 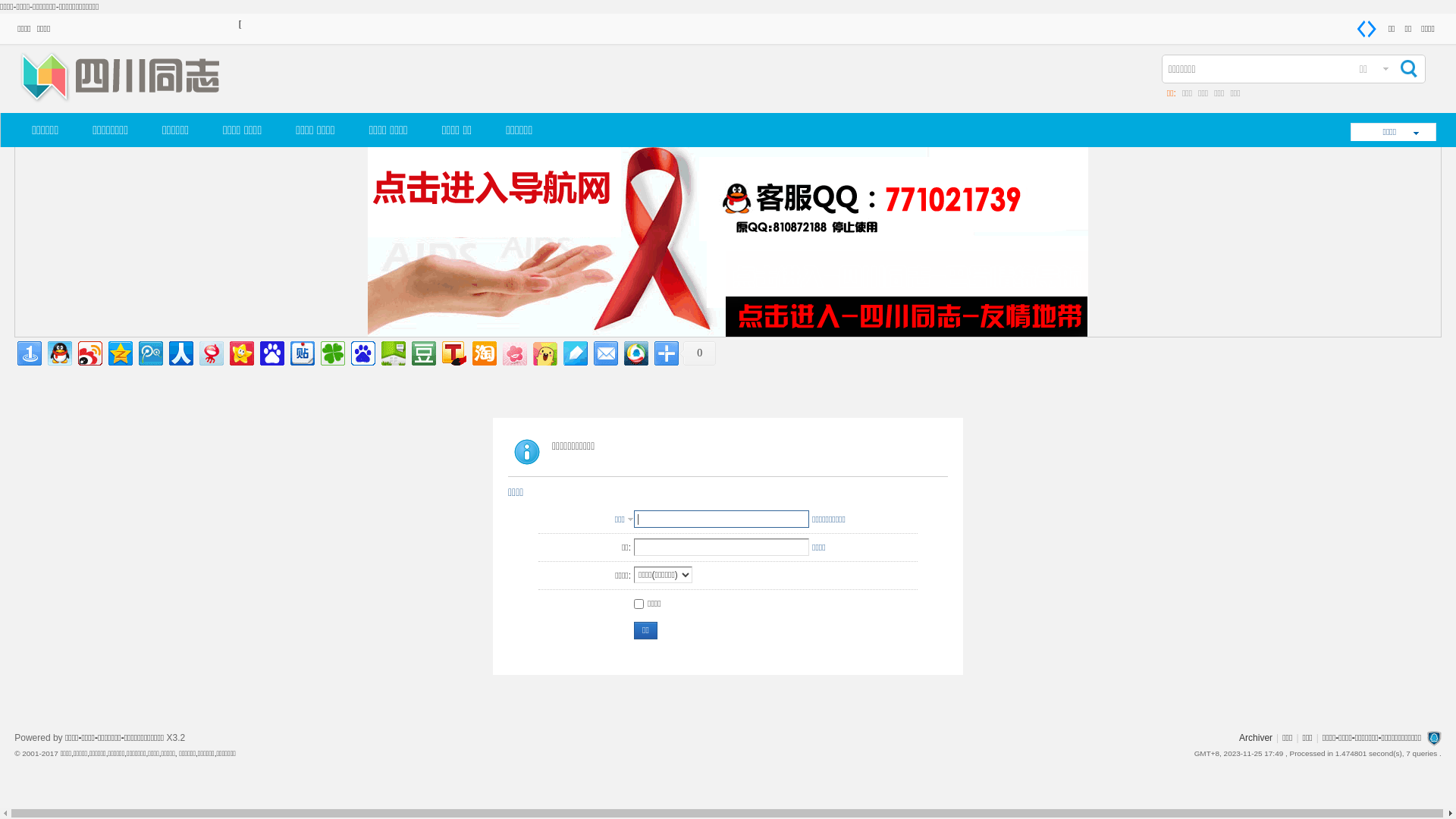 I want to click on 'Archiver', so click(x=1238, y=736).